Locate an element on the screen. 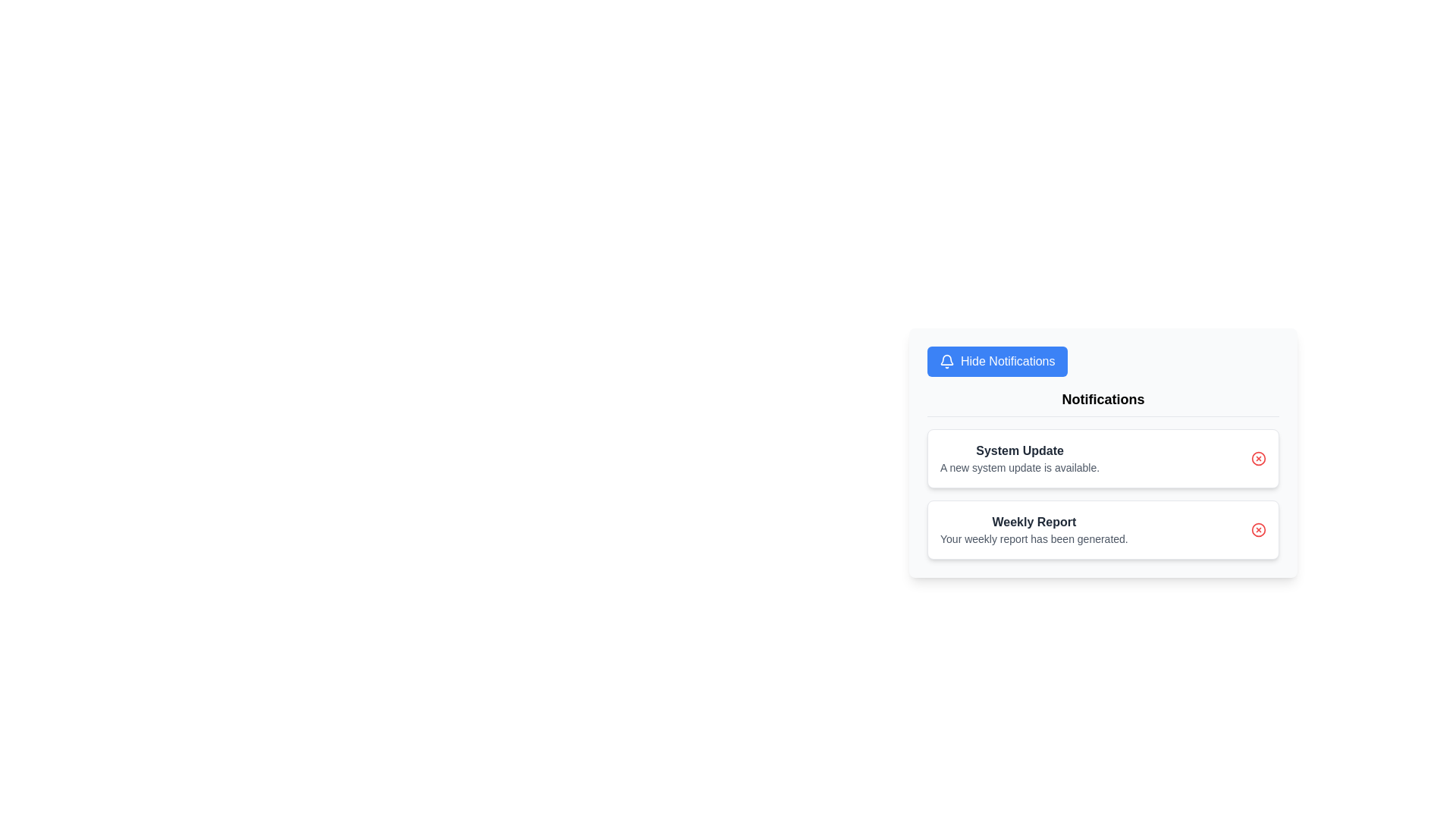  details of the top notification entry in the white rectangular card that informs the user about a new system update is located at coordinates (1103, 458).